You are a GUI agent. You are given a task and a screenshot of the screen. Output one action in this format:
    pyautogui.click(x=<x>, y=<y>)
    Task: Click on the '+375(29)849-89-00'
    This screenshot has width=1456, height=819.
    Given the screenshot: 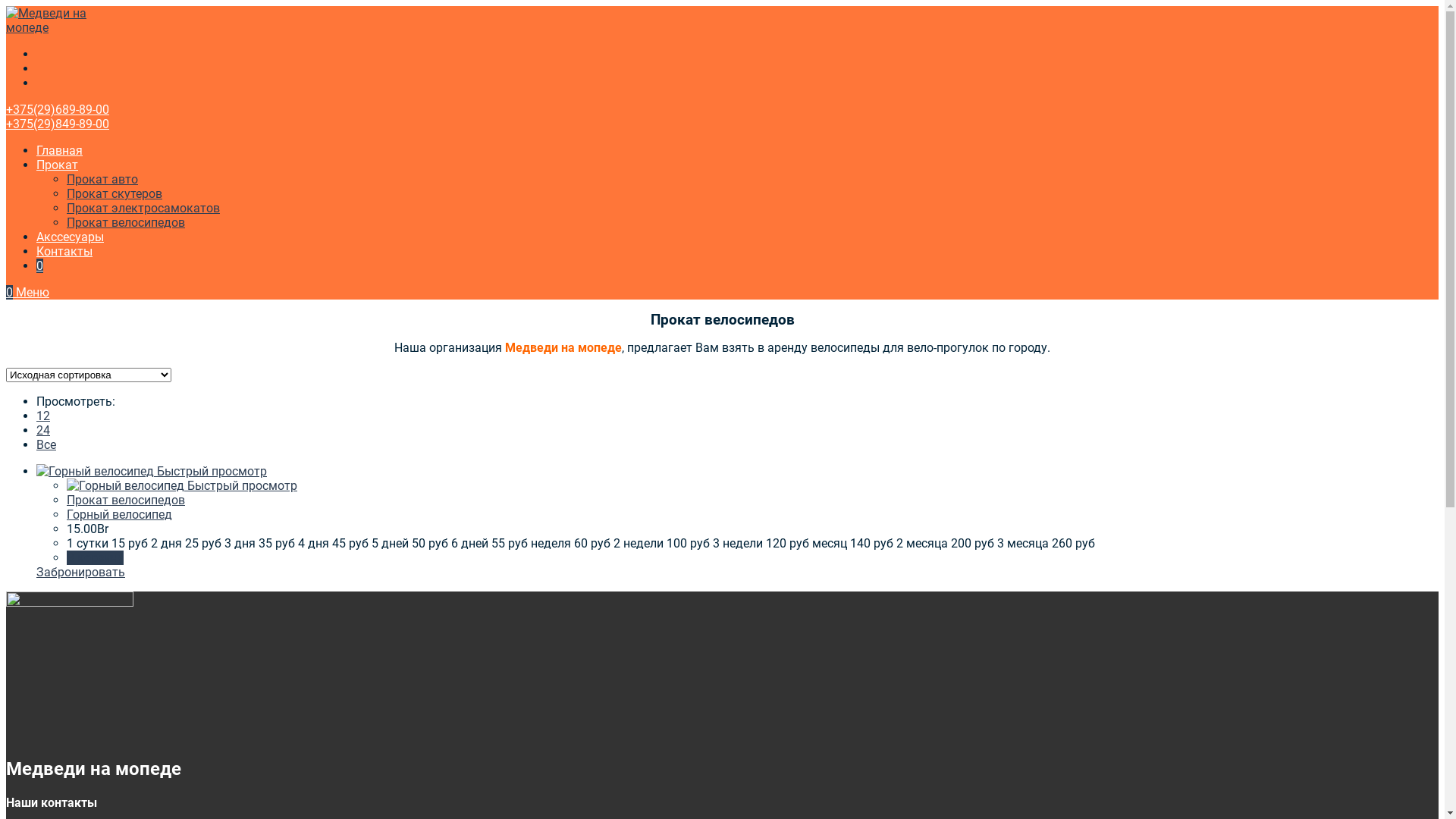 What is the action you would take?
    pyautogui.click(x=6, y=123)
    